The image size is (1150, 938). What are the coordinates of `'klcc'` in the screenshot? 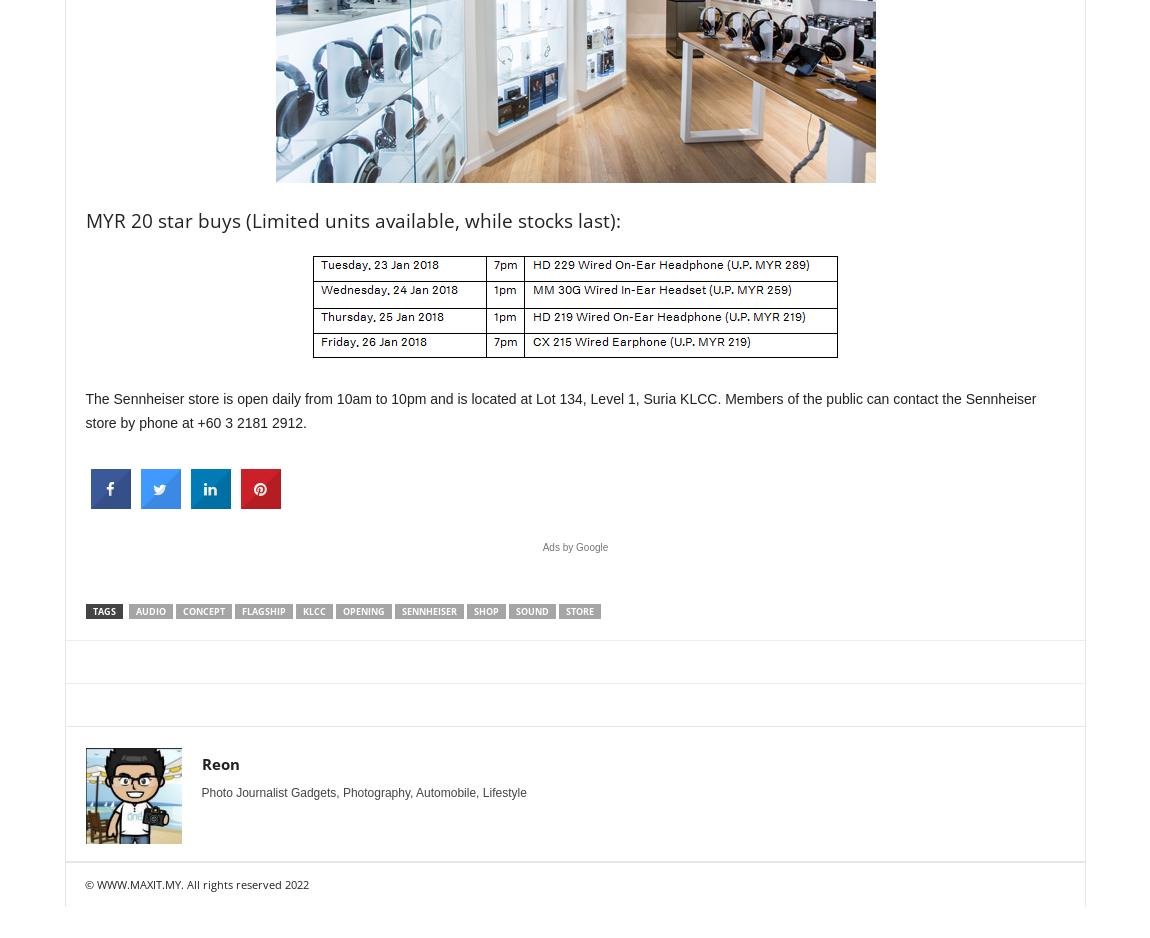 It's located at (313, 611).